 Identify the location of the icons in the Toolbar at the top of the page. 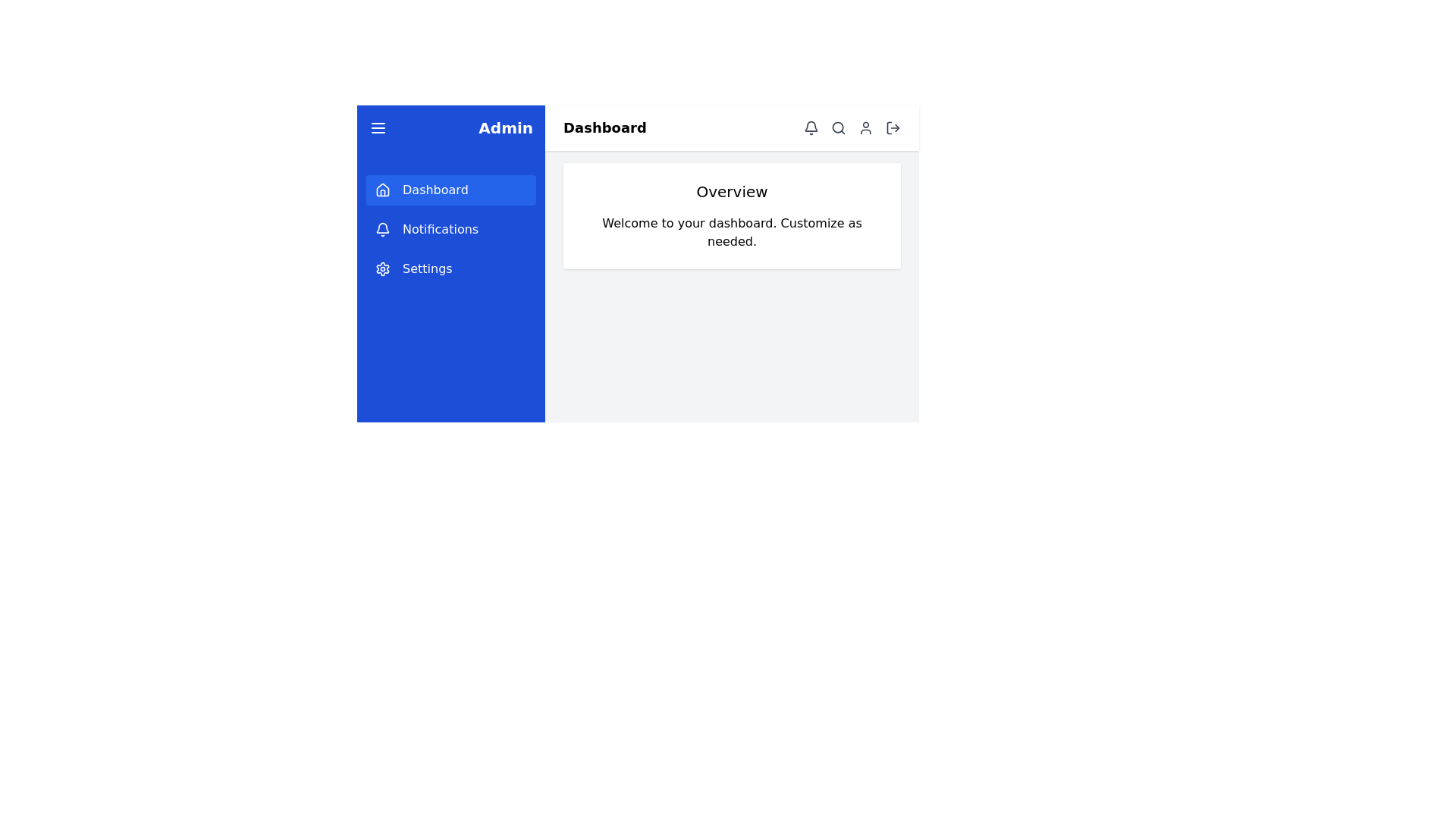
(732, 127).